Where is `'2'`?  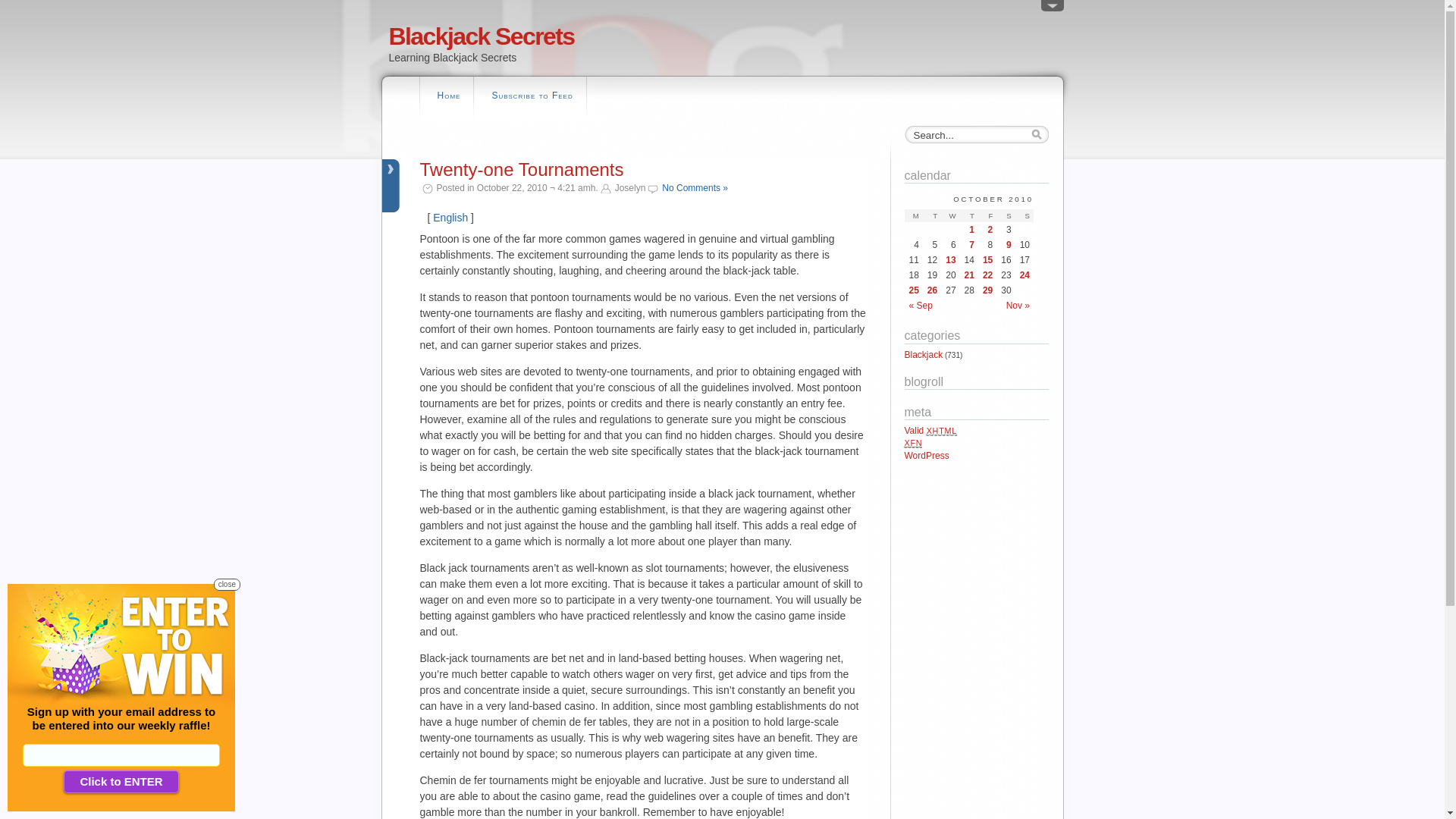 '2' is located at coordinates (987, 230).